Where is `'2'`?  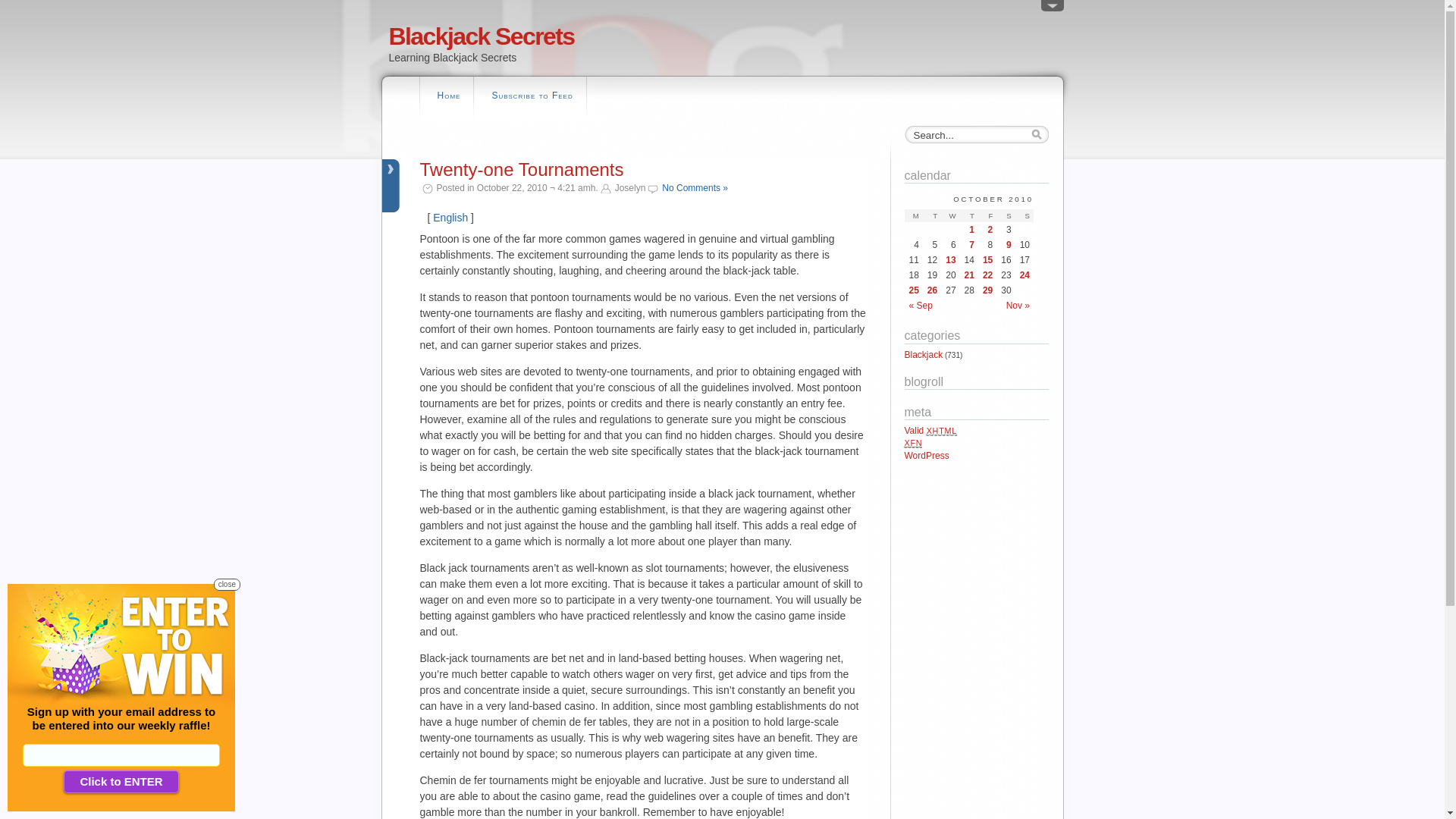 '2' is located at coordinates (987, 230).